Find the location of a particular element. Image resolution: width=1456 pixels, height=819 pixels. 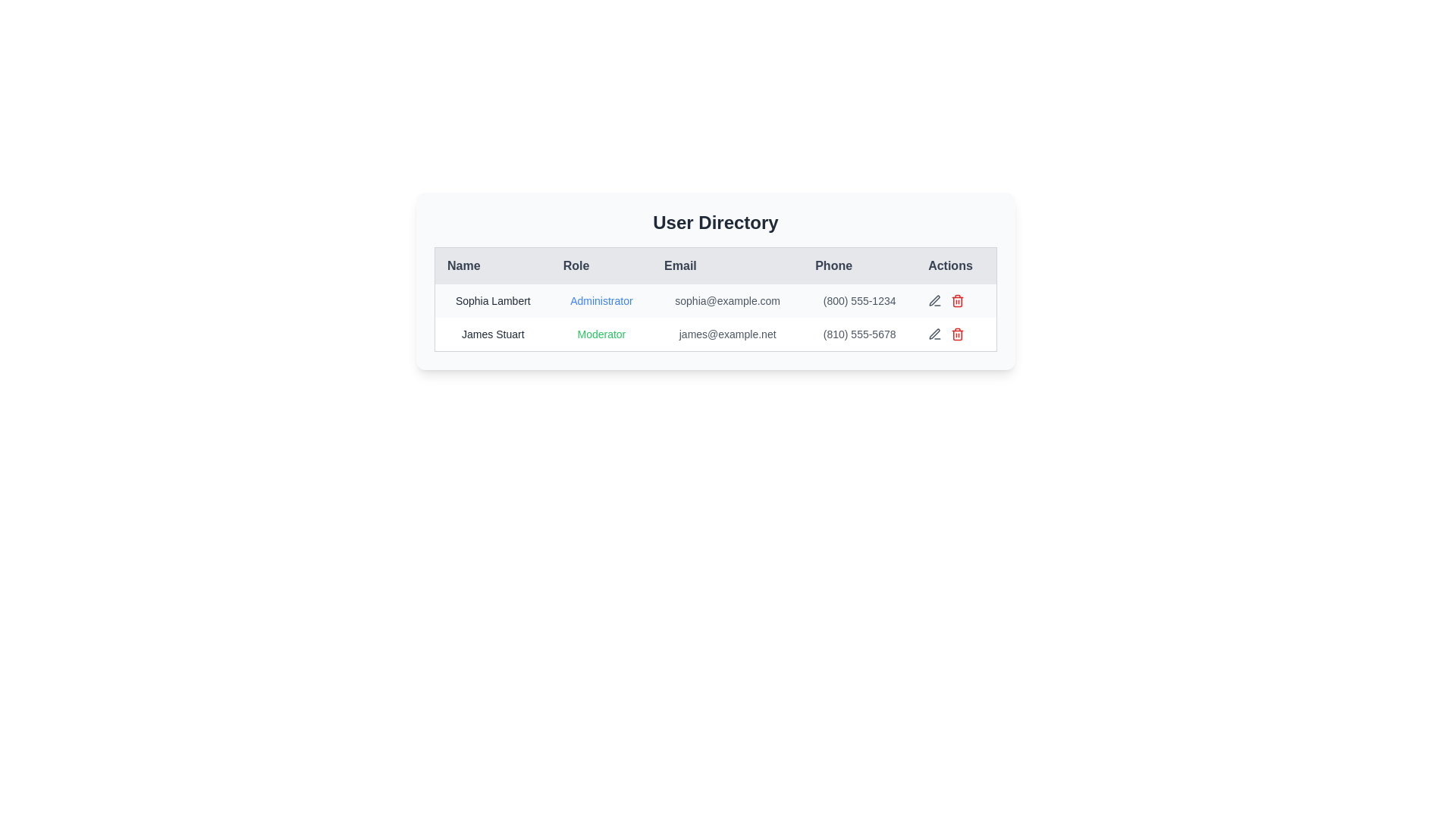

the red trash bin icon in the 'Actions' column corresponding to 'James Stuart' is located at coordinates (955, 334).